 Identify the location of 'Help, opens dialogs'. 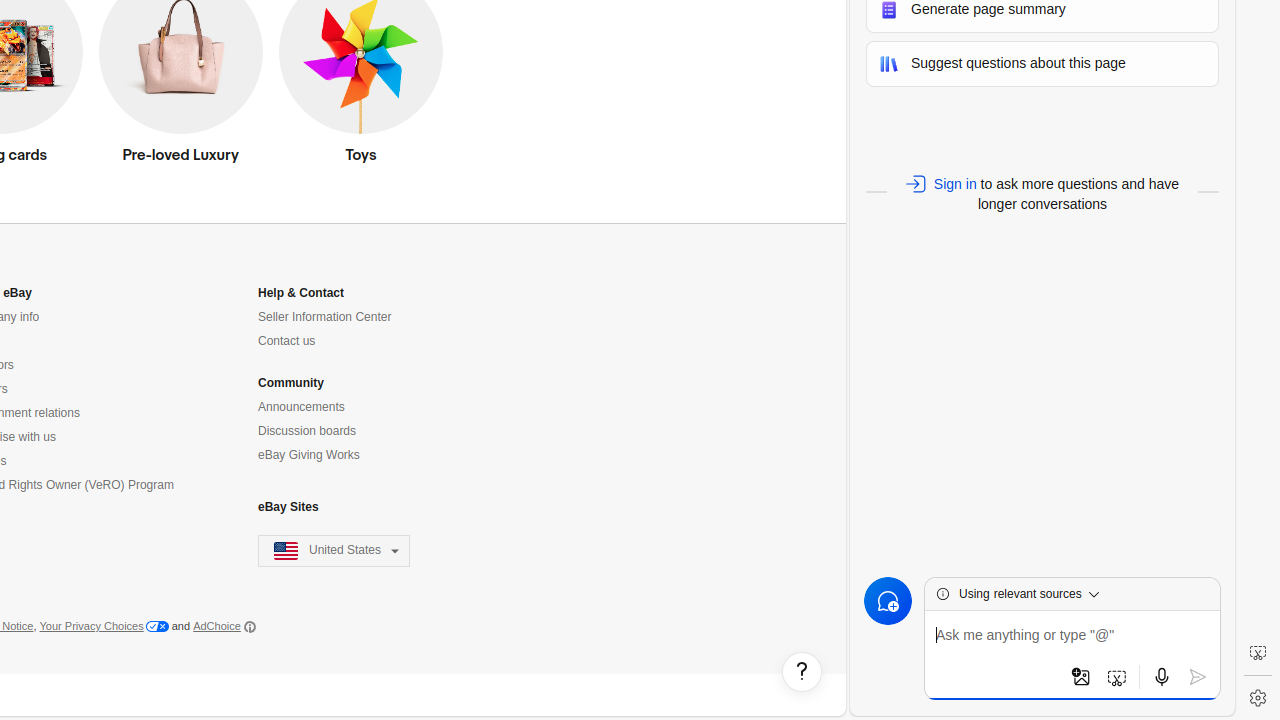
(802, 671).